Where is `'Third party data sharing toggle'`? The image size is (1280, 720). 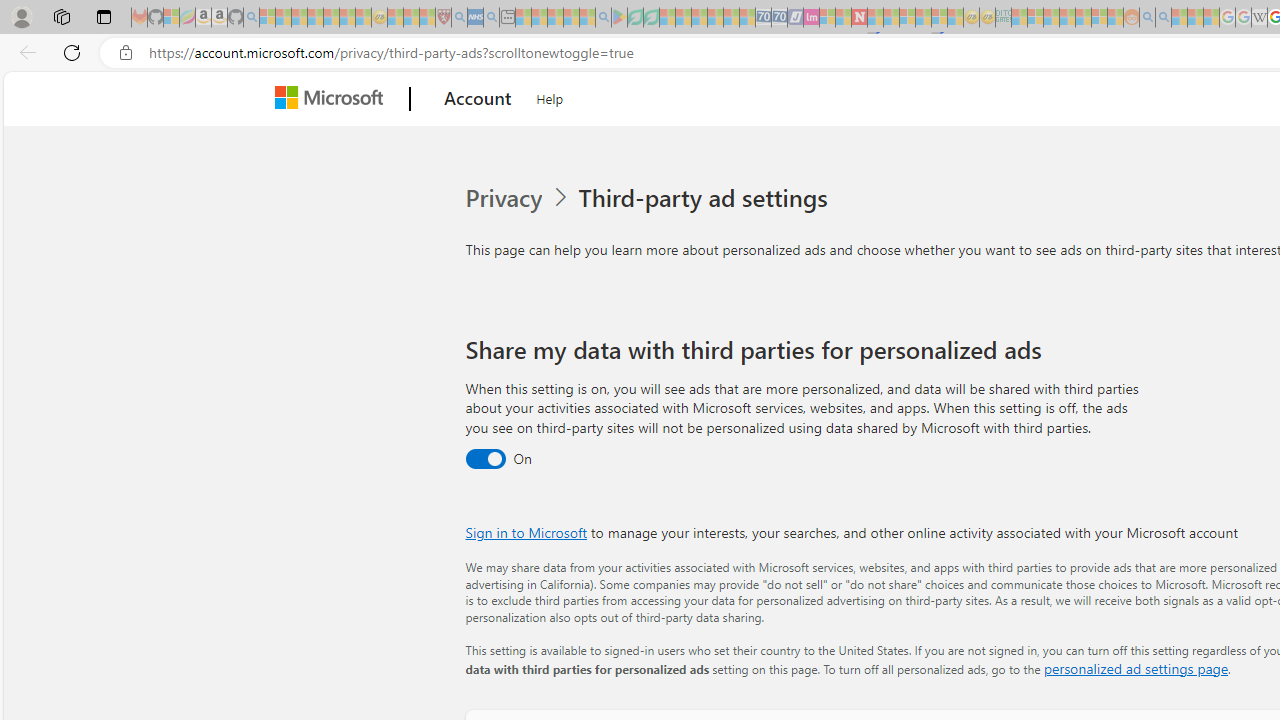
'Third party data sharing toggle' is located at coordinates (485, 459).